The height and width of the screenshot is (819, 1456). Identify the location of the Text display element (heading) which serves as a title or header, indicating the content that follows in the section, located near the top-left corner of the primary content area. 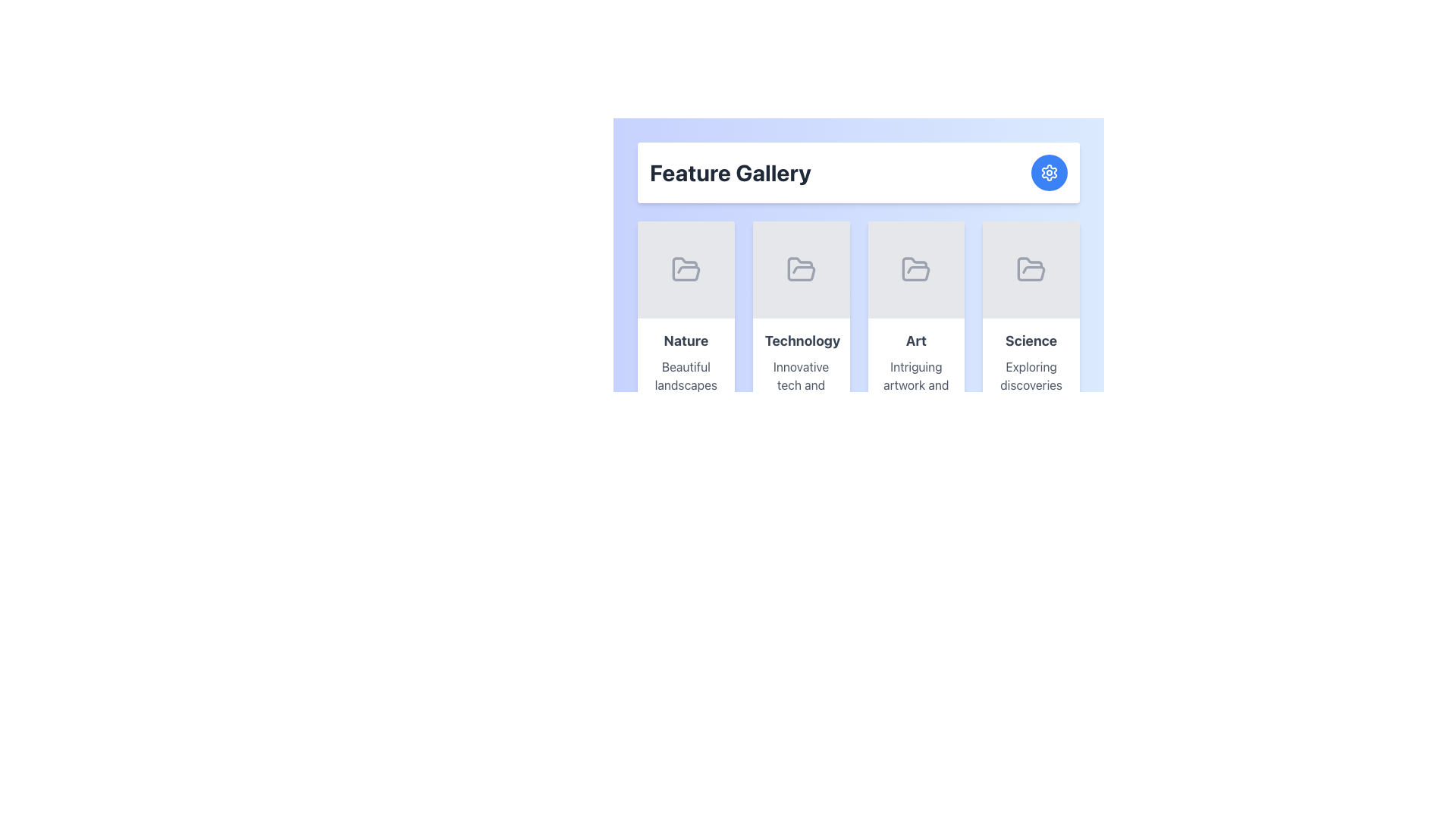
(730, 171).